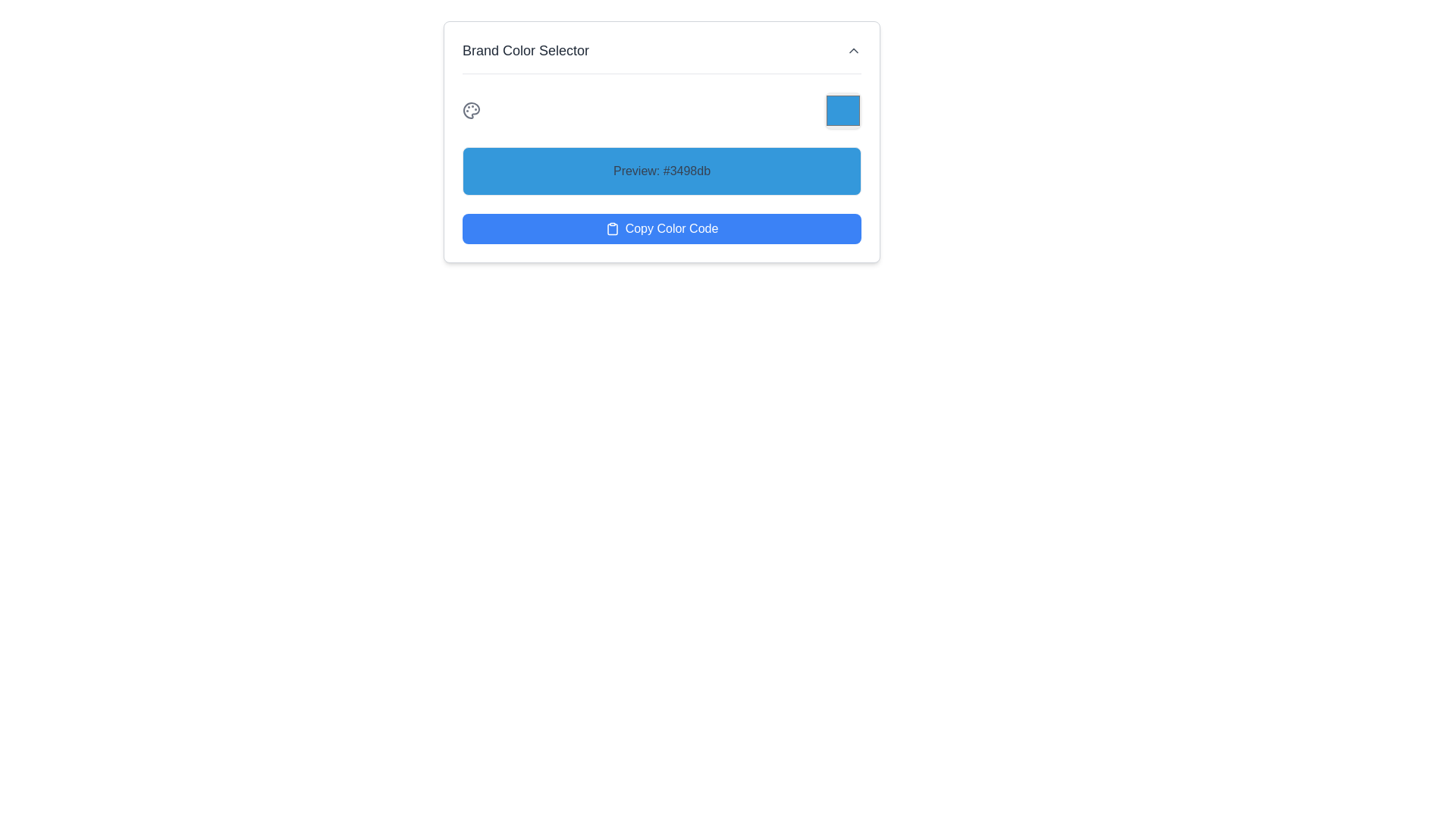  Describe the element at coordinates (526, 49) in the screenshot. I see `the text label displaying 'Brand Color Selector' in dark gray, located at the upper part of the content box` at that location.